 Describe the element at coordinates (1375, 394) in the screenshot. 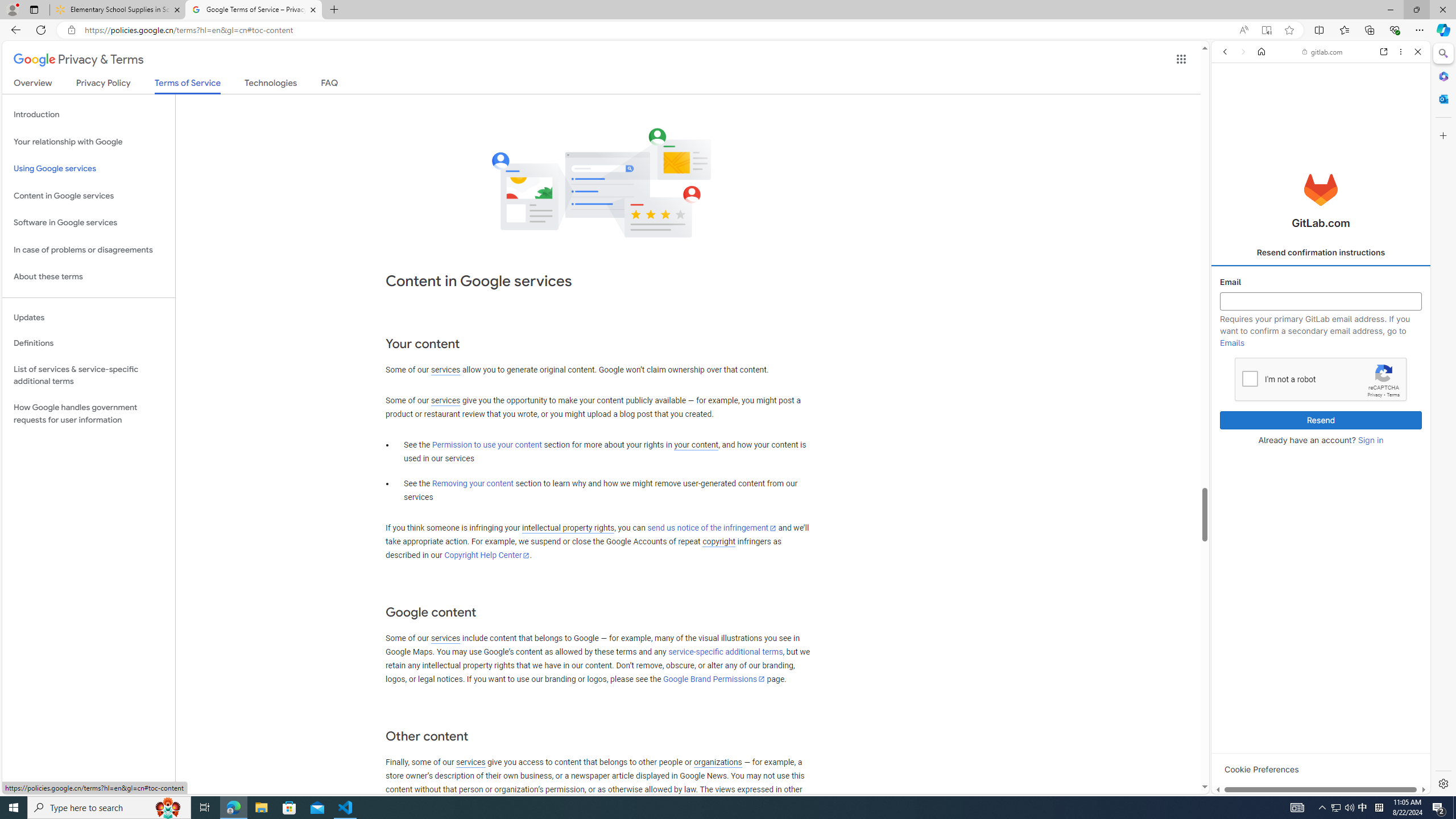

I see `'Privacy'` at that location.